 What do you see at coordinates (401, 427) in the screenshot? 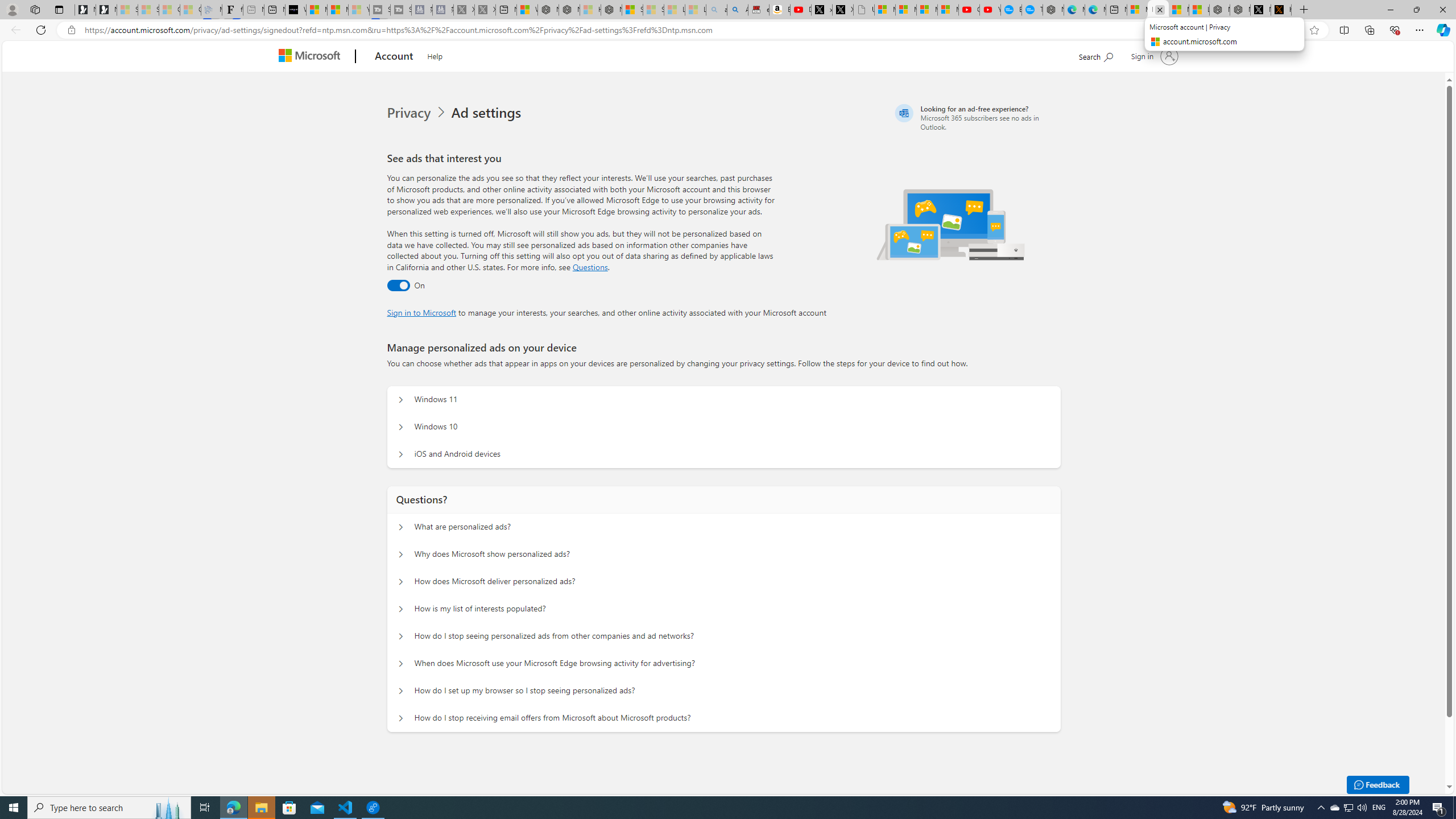
I see `'Manage personalized ads on your device Windows 10'` at bounding box center [401, 427].